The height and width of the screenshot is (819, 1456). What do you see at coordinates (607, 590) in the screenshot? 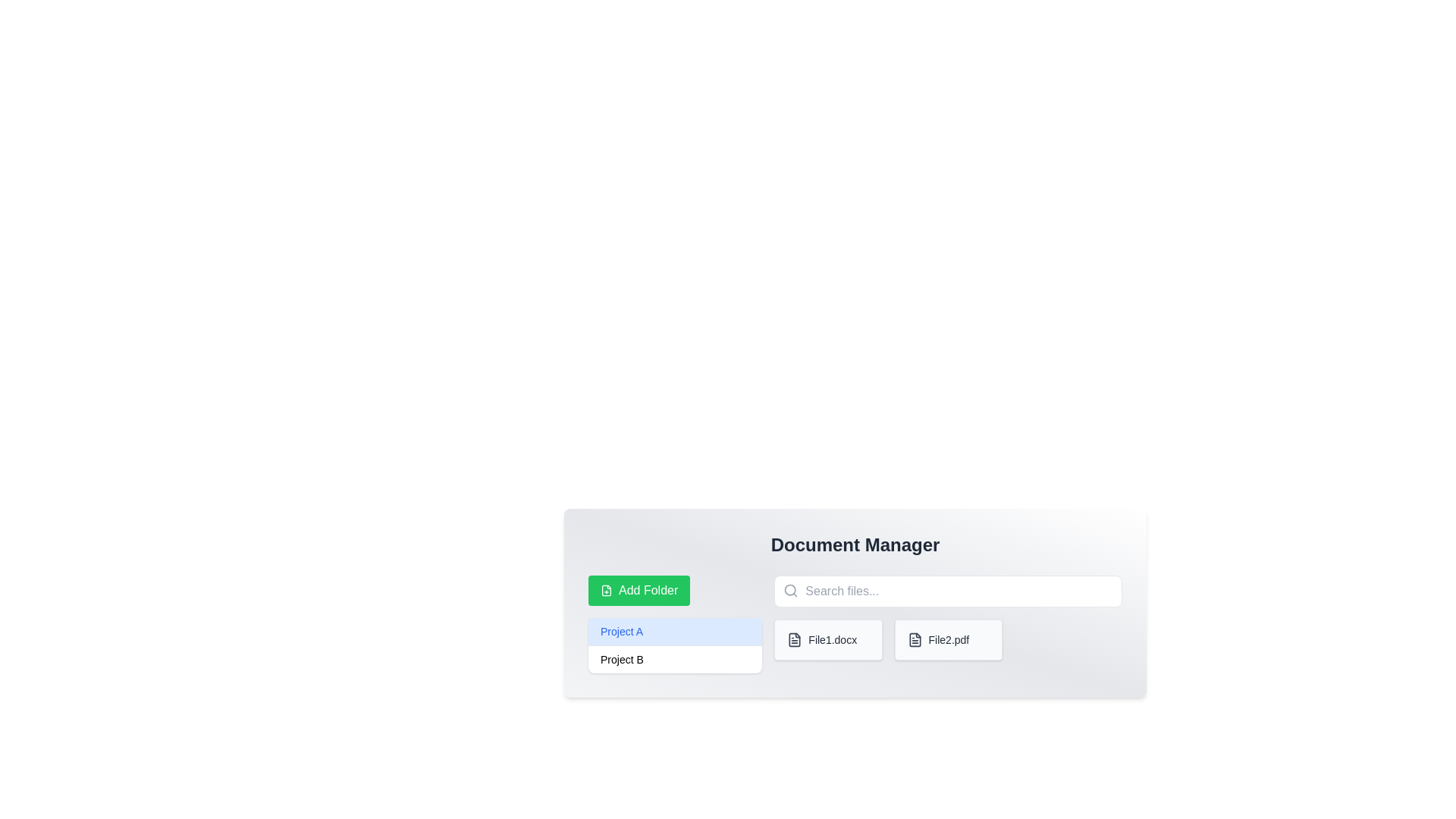
I see `the minimalistic document icon with a plus sign located to the left of the 'Add Folder' text within the green rectangular button` at bounding box center [607, 590].